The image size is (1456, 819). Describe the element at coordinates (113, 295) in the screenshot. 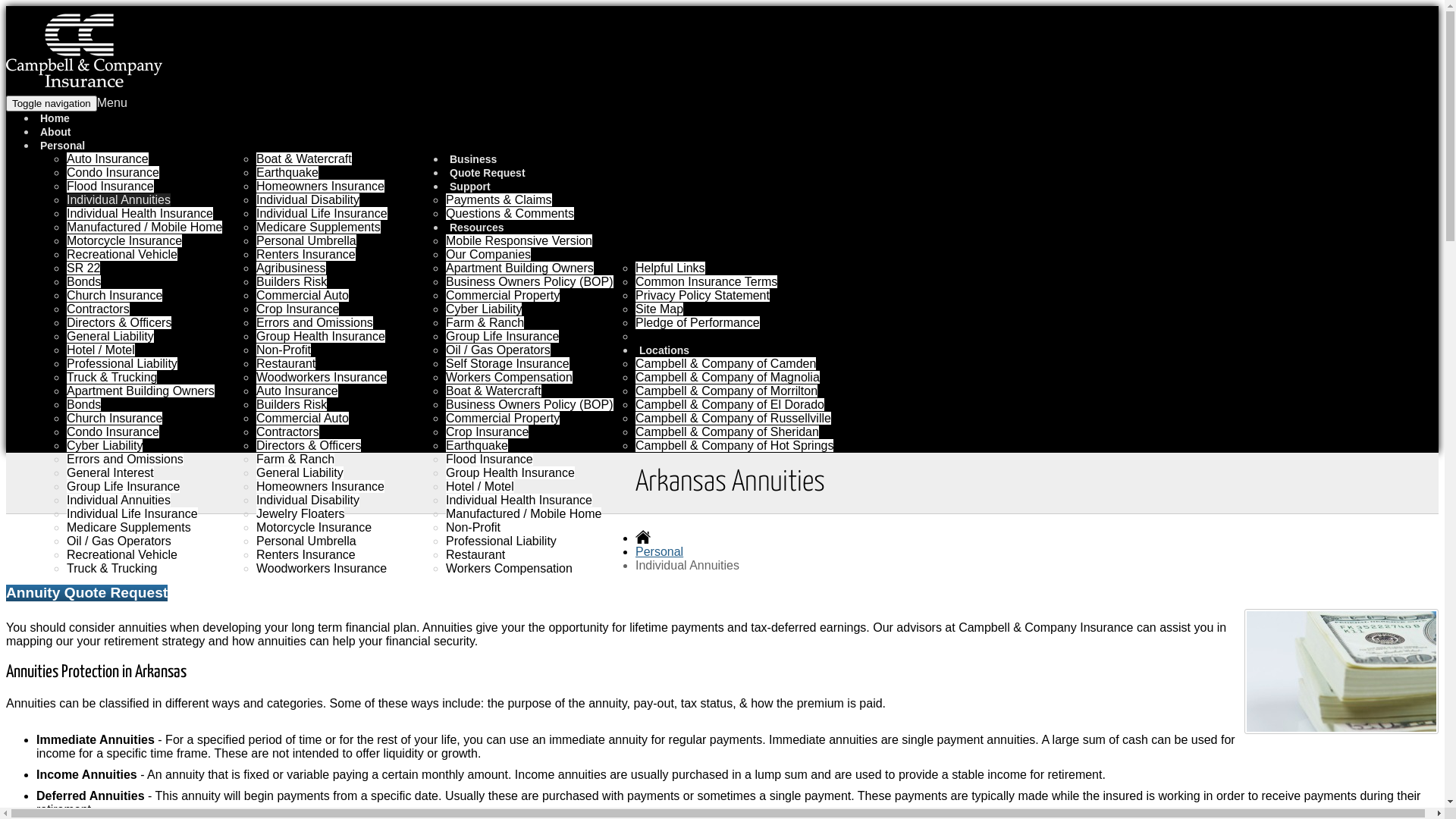

I see `'Church Insurance'` at that location.